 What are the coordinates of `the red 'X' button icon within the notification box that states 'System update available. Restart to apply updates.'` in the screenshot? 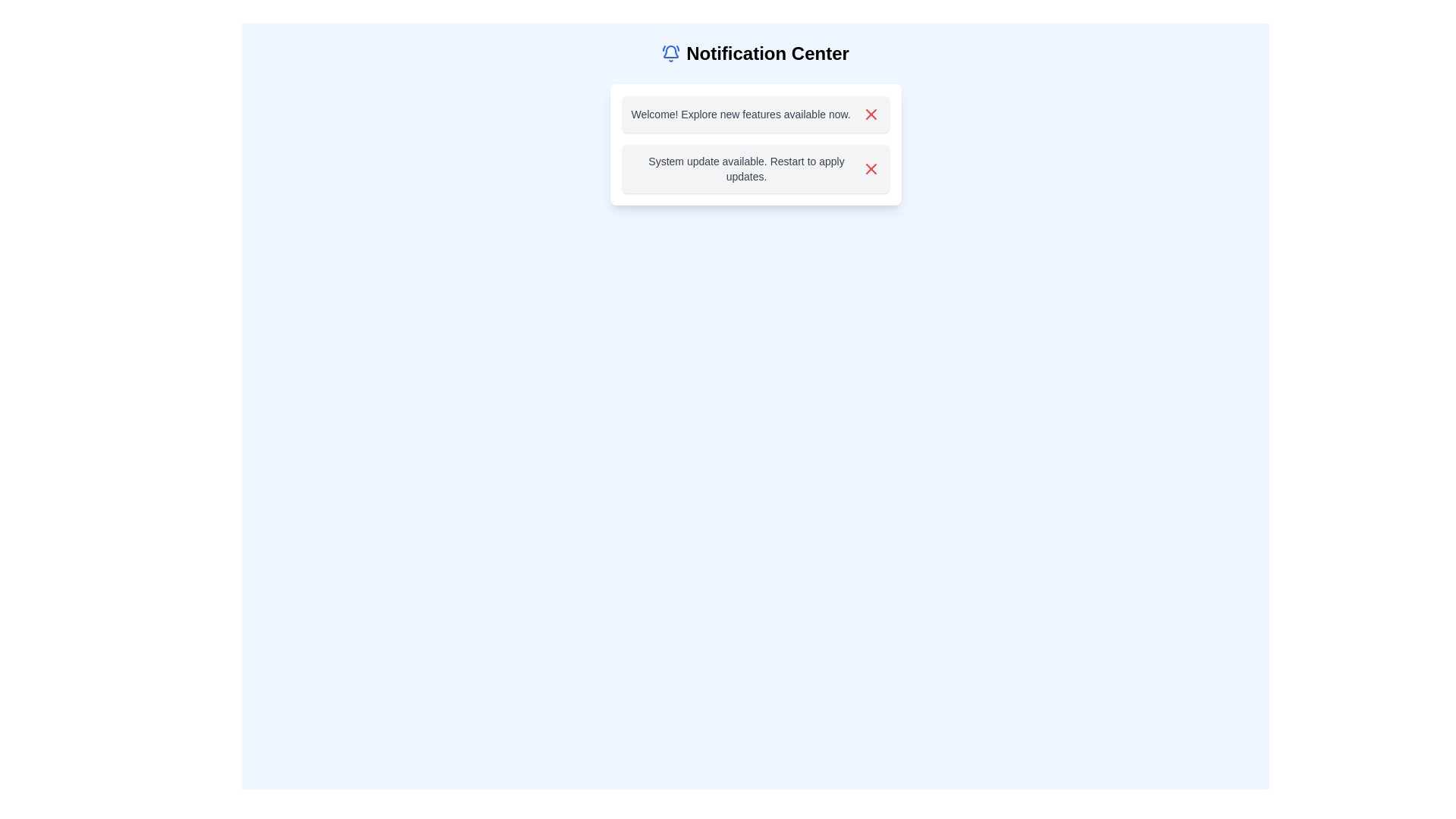 It's located at (871, 169).